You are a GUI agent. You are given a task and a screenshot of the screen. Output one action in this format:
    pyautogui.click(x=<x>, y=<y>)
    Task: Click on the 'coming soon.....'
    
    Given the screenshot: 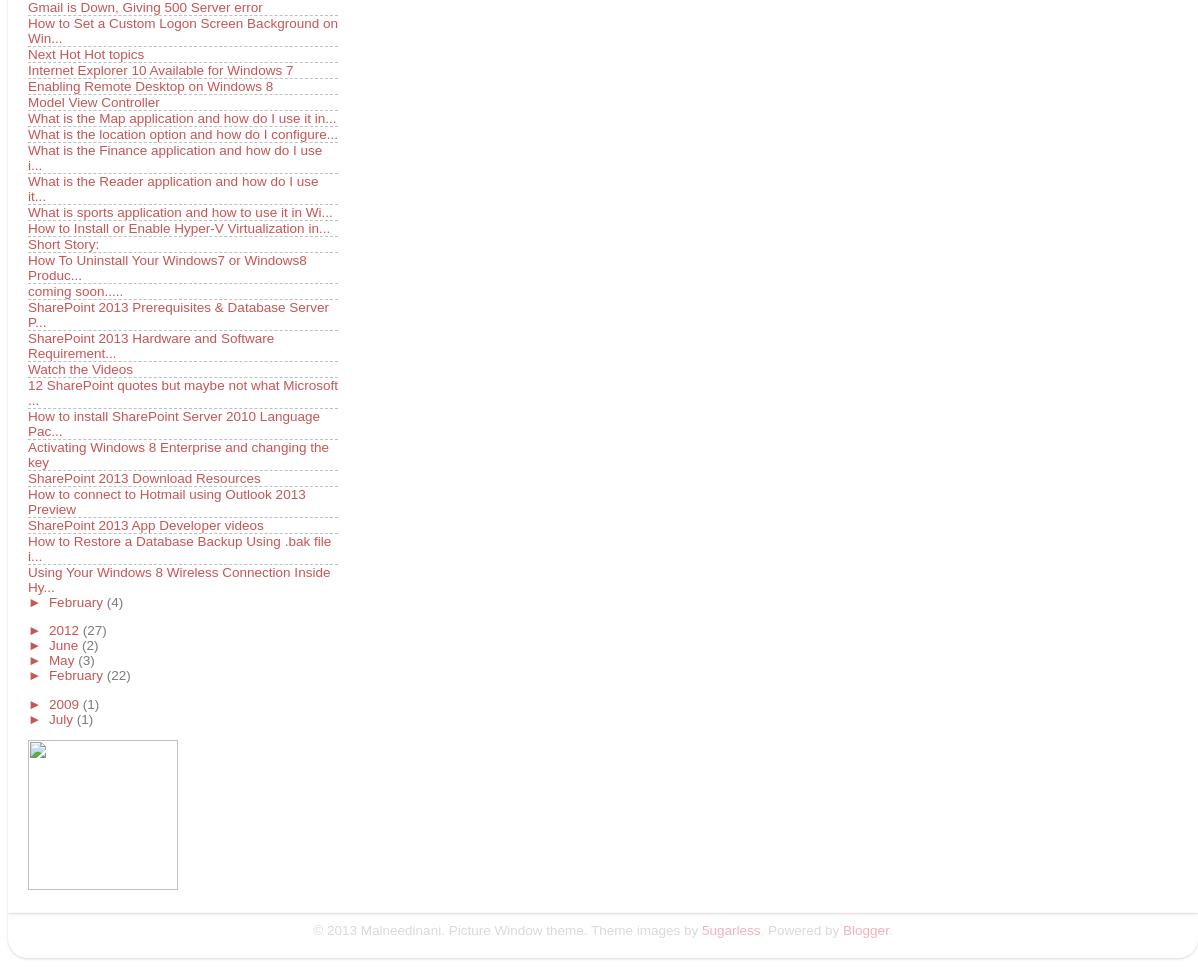 What is the action you would take?
    pyautogui.click(x=75, y=290)
    